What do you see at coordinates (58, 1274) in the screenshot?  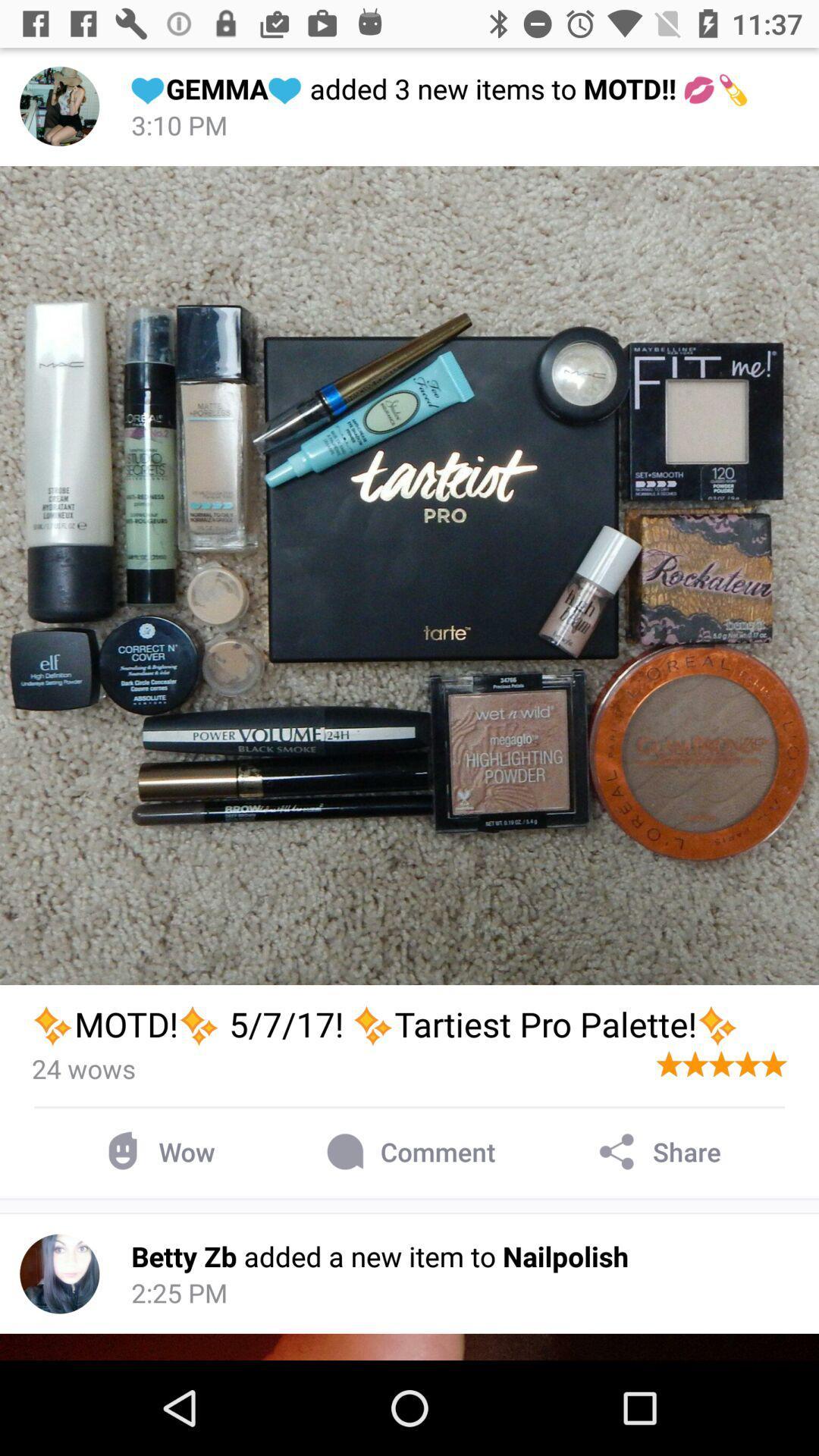 I see `the picture beside betty` at bounding box center [58, 1274].